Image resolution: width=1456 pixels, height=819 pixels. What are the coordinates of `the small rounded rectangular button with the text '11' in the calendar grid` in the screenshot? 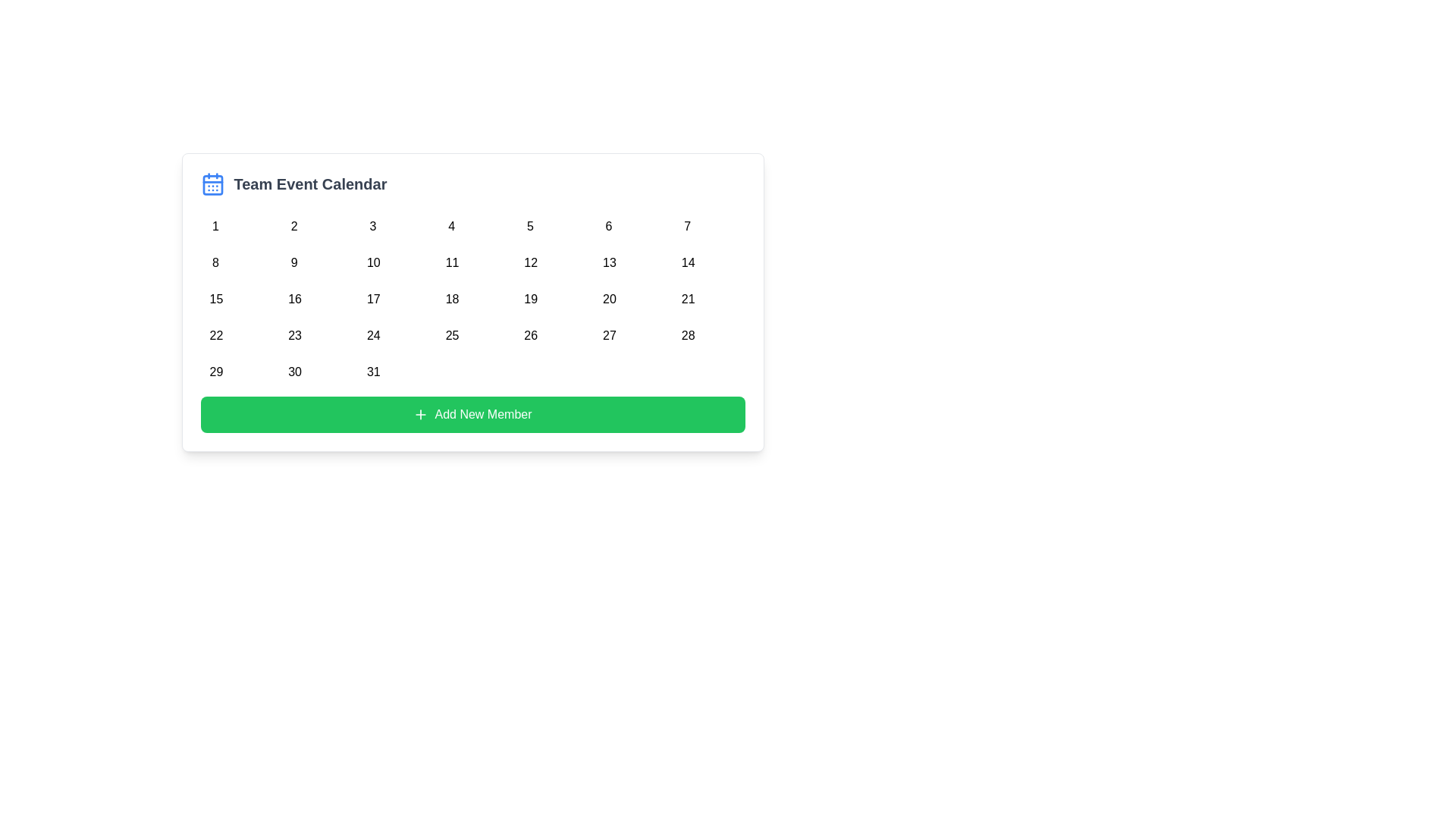 It's located at (450, 259).